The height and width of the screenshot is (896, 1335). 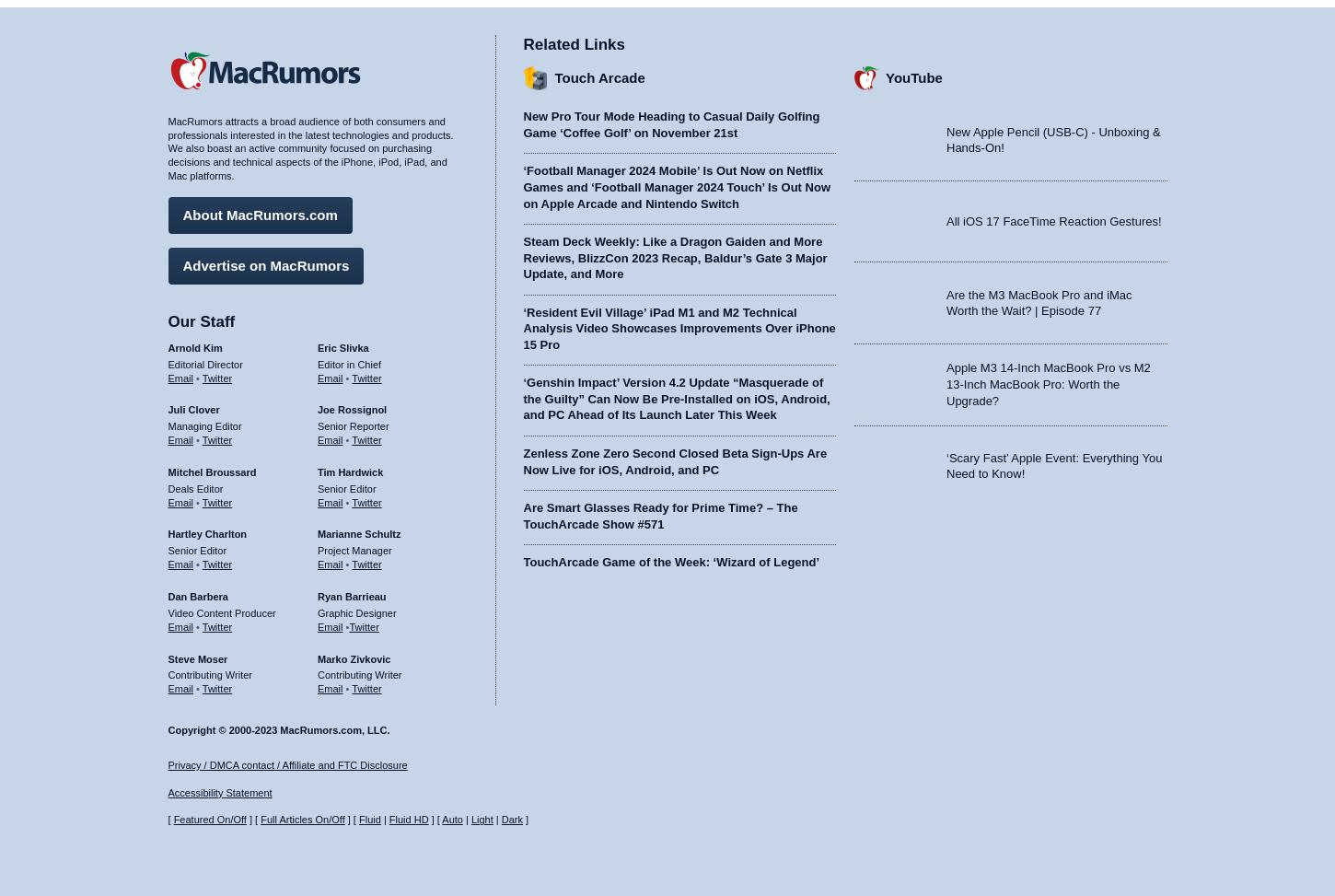 I want to click on 'Project Manager', so click(x=353, y=551).